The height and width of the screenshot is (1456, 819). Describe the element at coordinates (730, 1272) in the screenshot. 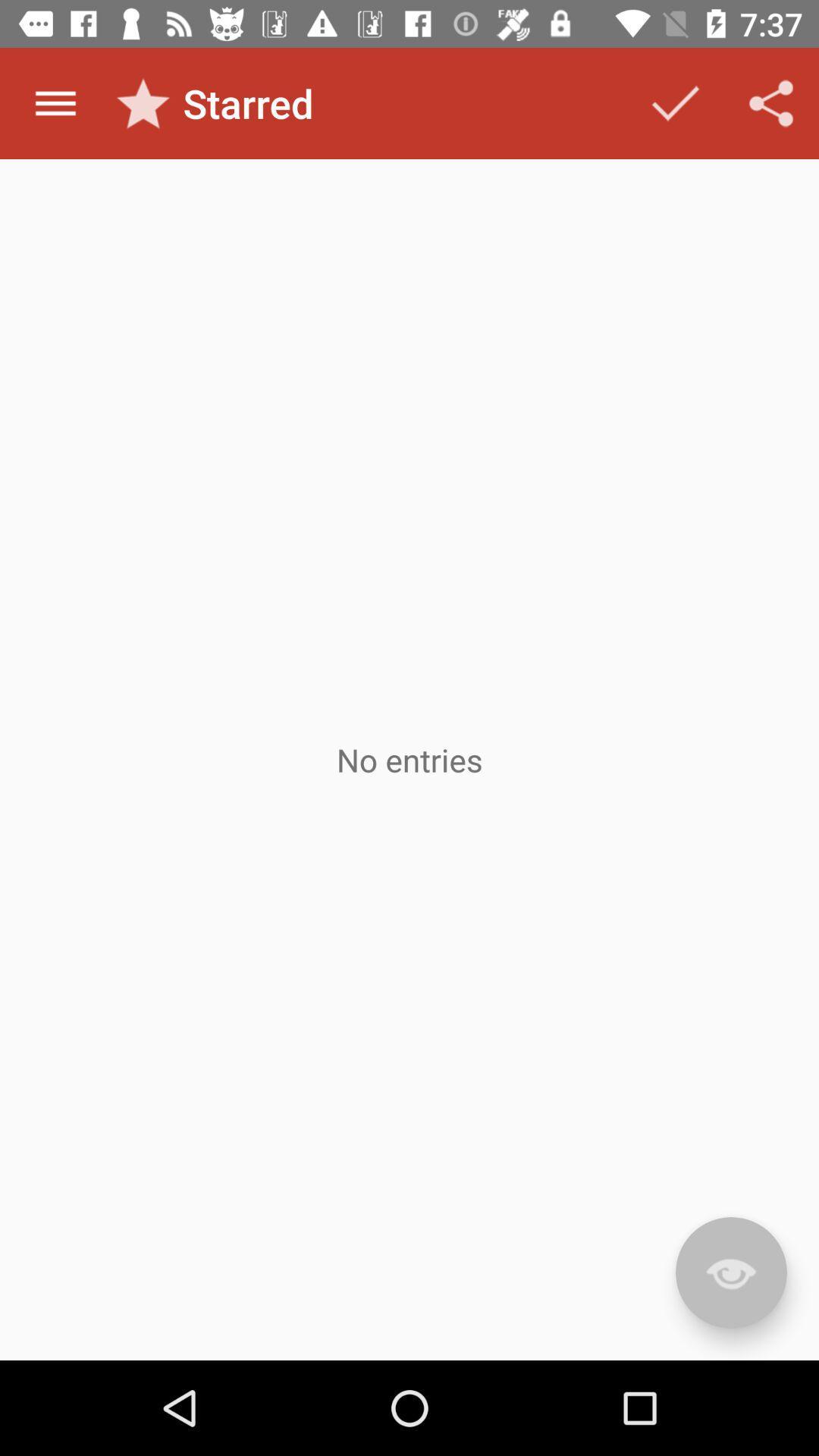

I see `the visibility icon` at that location.